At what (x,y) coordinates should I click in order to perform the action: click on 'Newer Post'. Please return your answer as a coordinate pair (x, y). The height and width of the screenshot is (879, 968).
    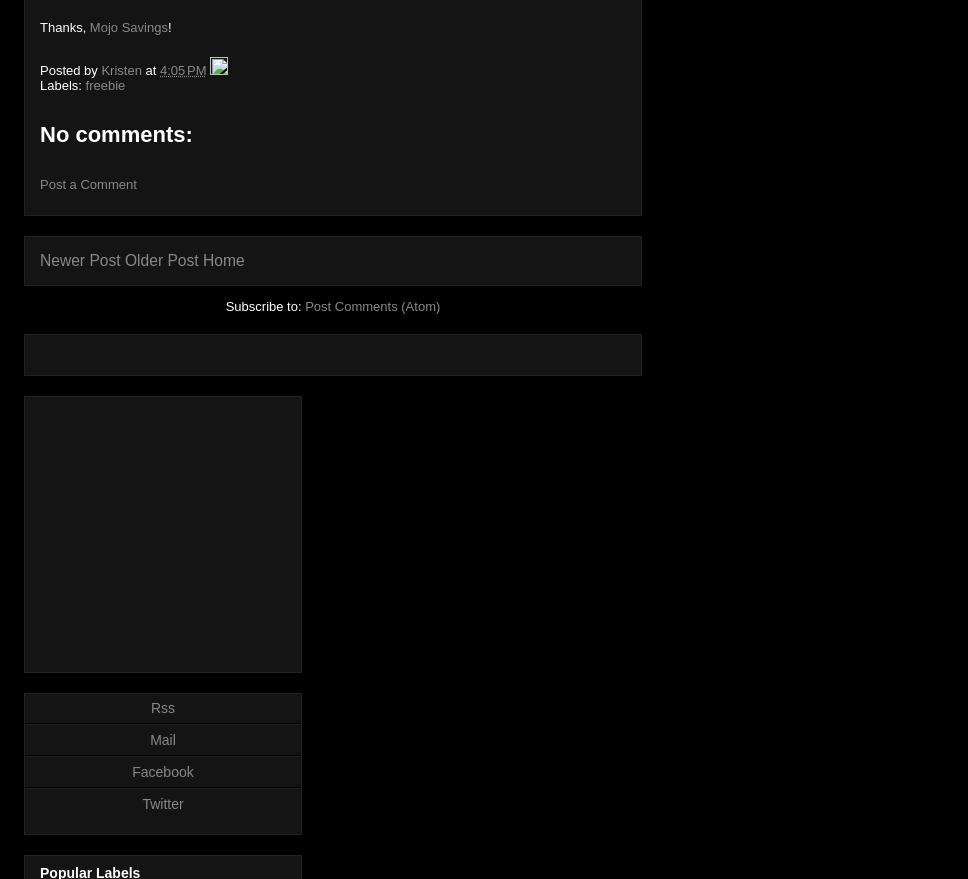
    Looking at the image, I should click on (78, 259).